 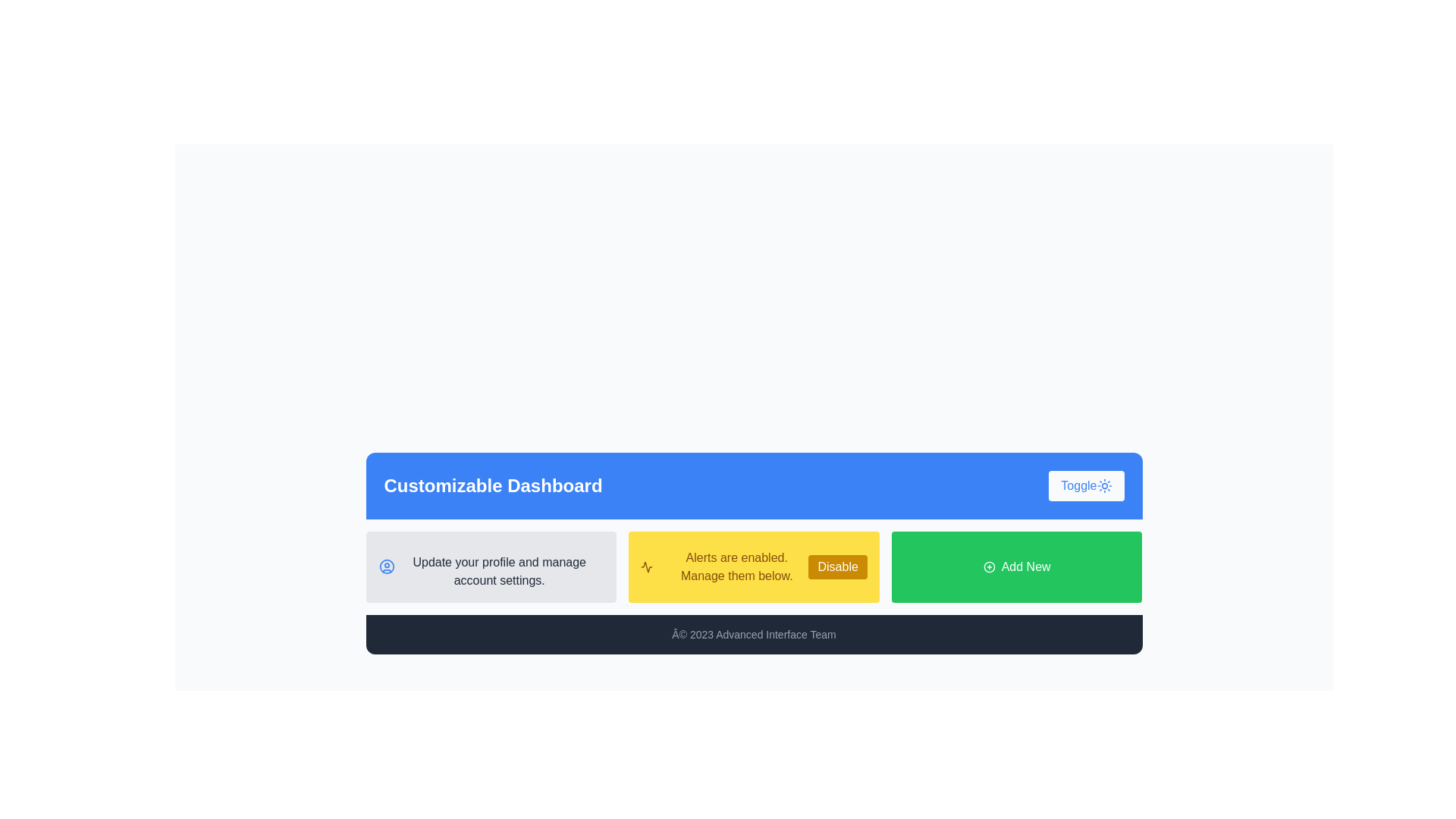 I want to click on the circular graphical icon resembling a user or profile picture, which has a blue circular outline and is located on the left side of the gray rectangular box containing the text 'Update your profile and manage account settings.', so click(x=387, y=567).